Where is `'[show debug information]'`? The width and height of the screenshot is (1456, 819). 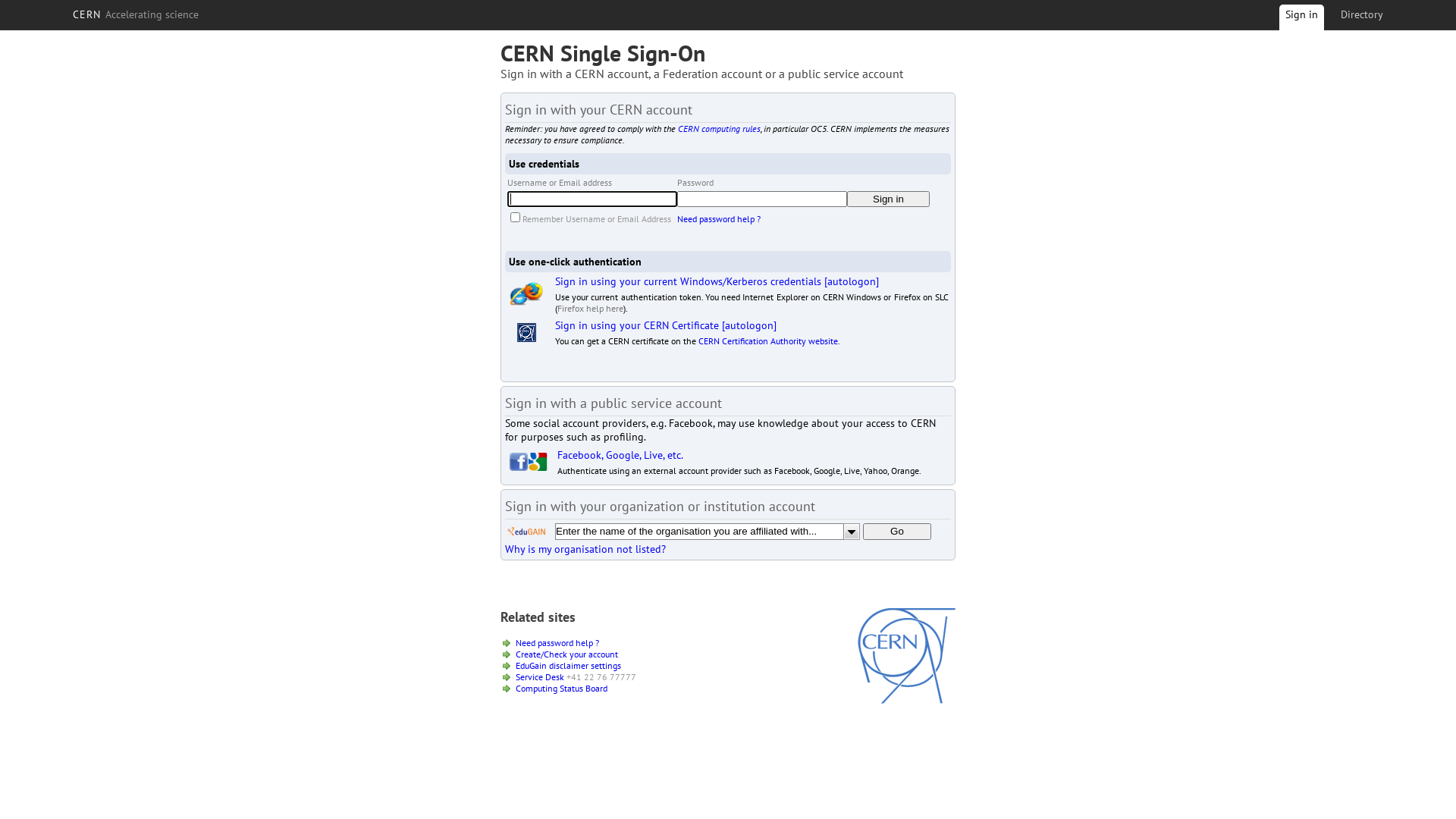
'[show debug information]' is located at coordinates (500, 566).